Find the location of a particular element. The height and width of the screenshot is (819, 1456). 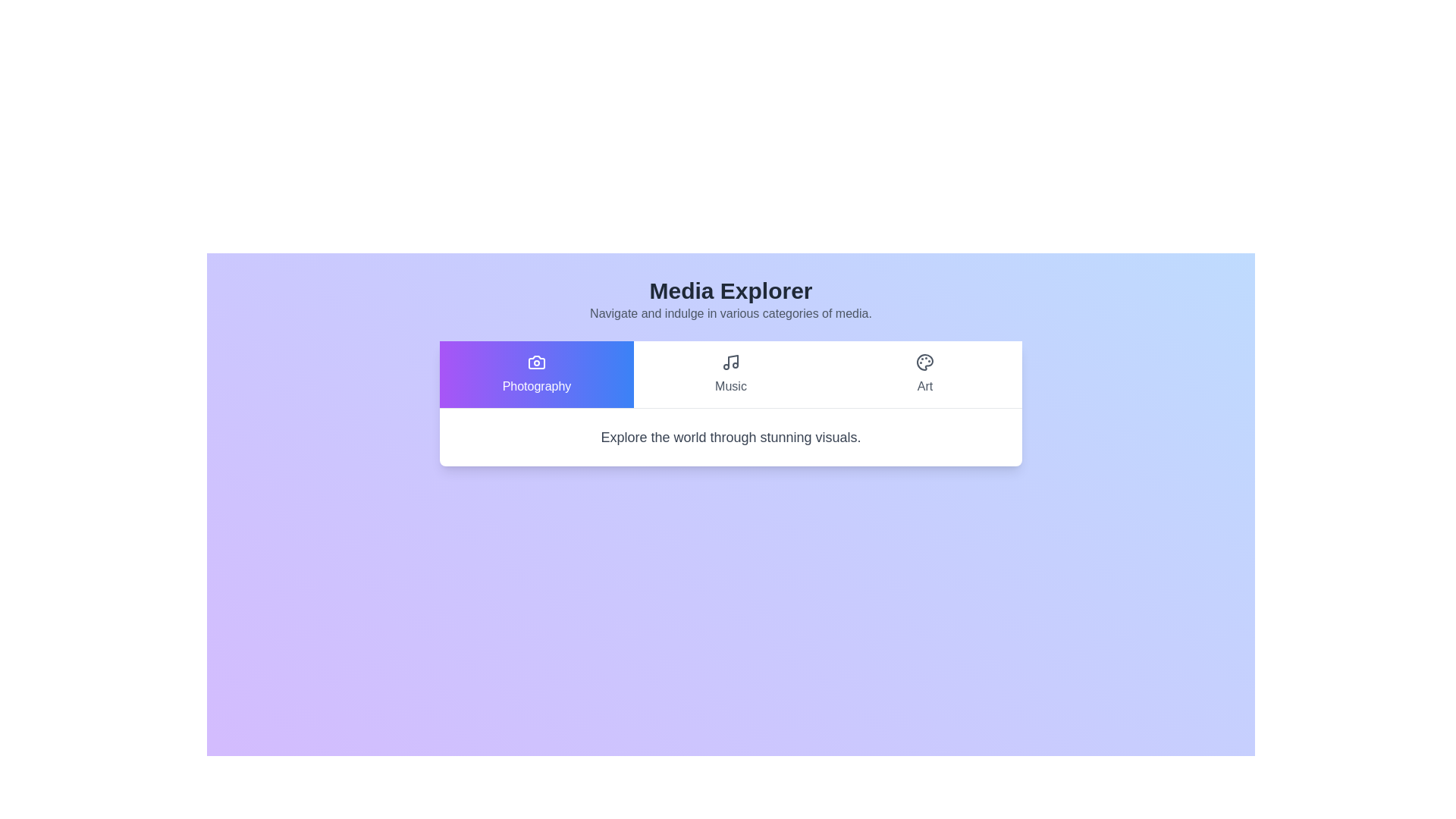

the 'Music' tab to view its content is located at coordinates (731, 374).